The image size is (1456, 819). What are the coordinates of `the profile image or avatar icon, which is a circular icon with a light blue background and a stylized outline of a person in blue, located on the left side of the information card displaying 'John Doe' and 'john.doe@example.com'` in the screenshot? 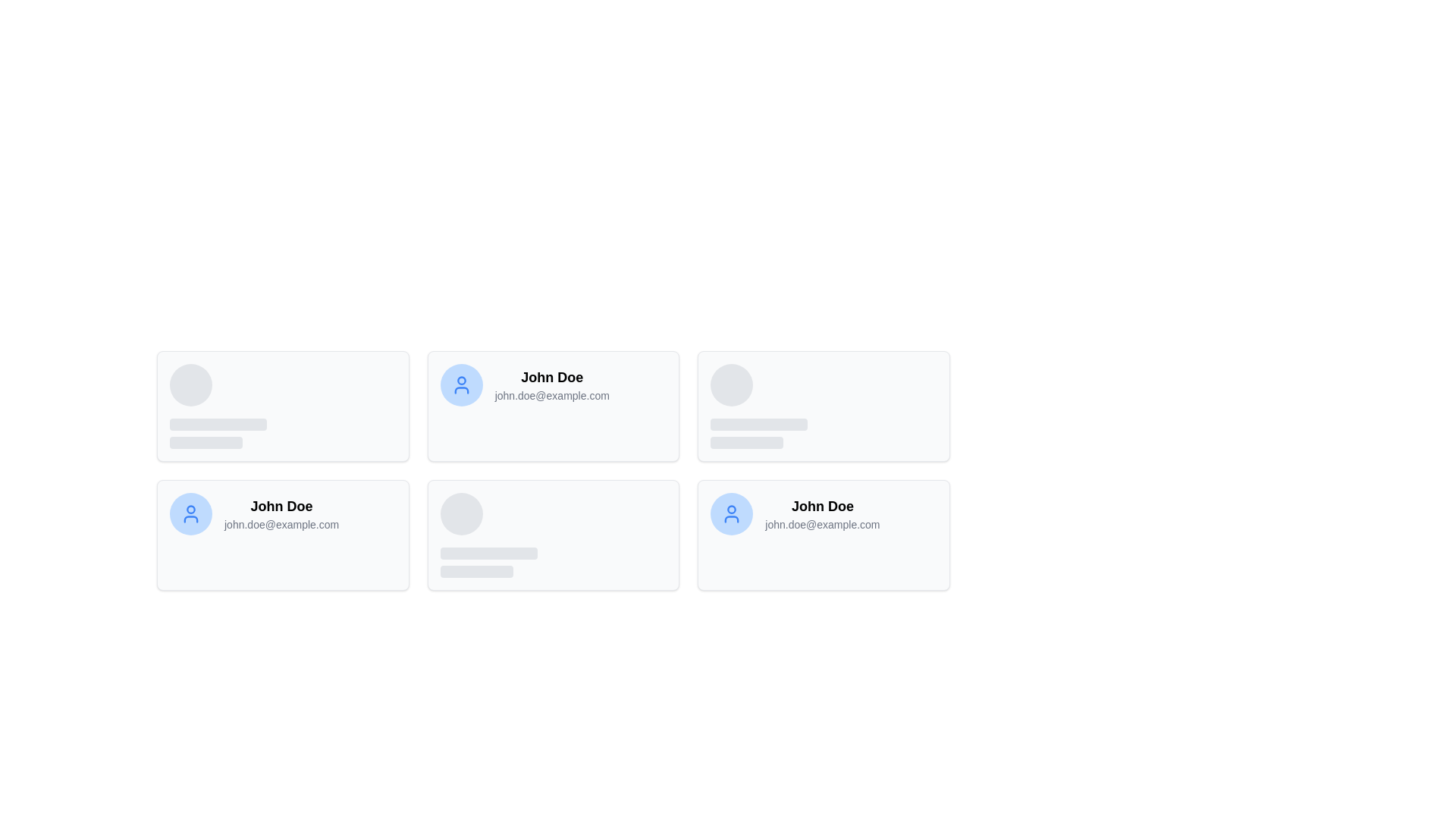 It's located at (190, 513).